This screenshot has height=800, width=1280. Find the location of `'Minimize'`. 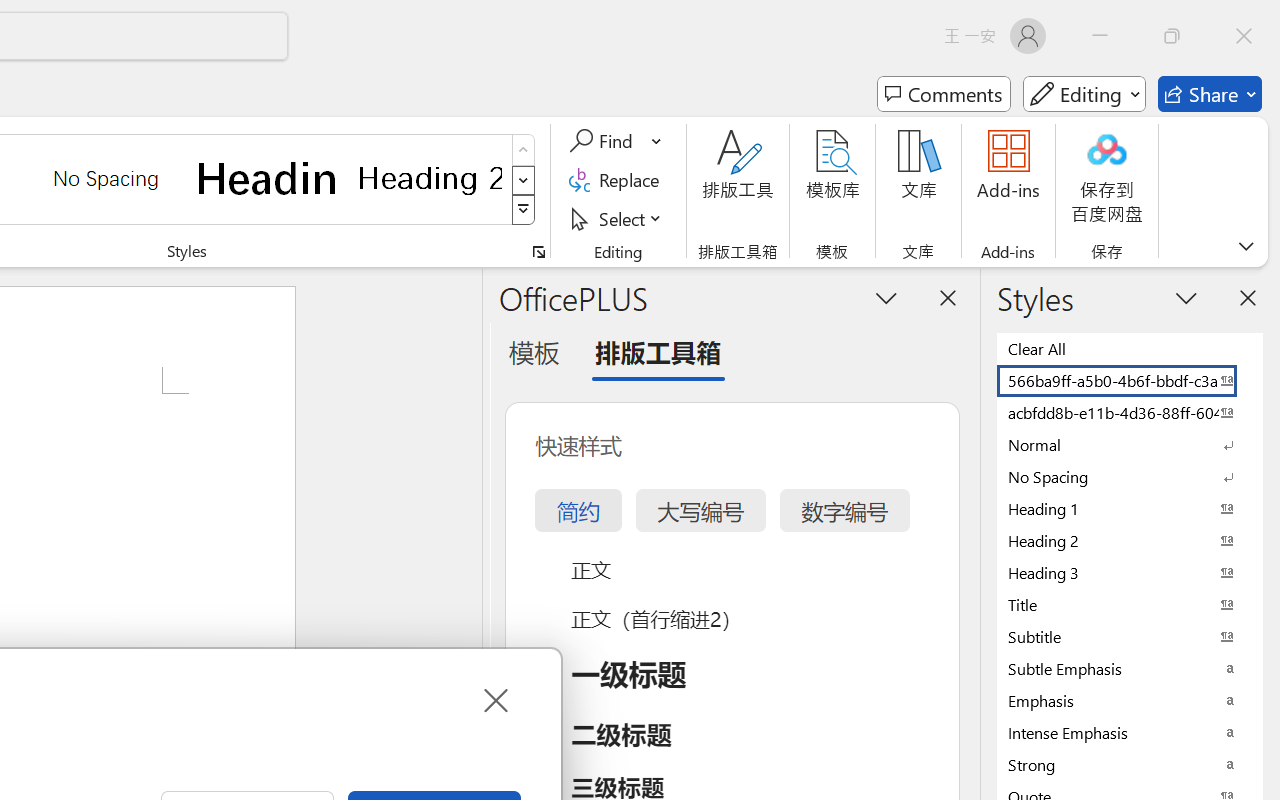

'Minimize' is located at coordinates (1099, 35).